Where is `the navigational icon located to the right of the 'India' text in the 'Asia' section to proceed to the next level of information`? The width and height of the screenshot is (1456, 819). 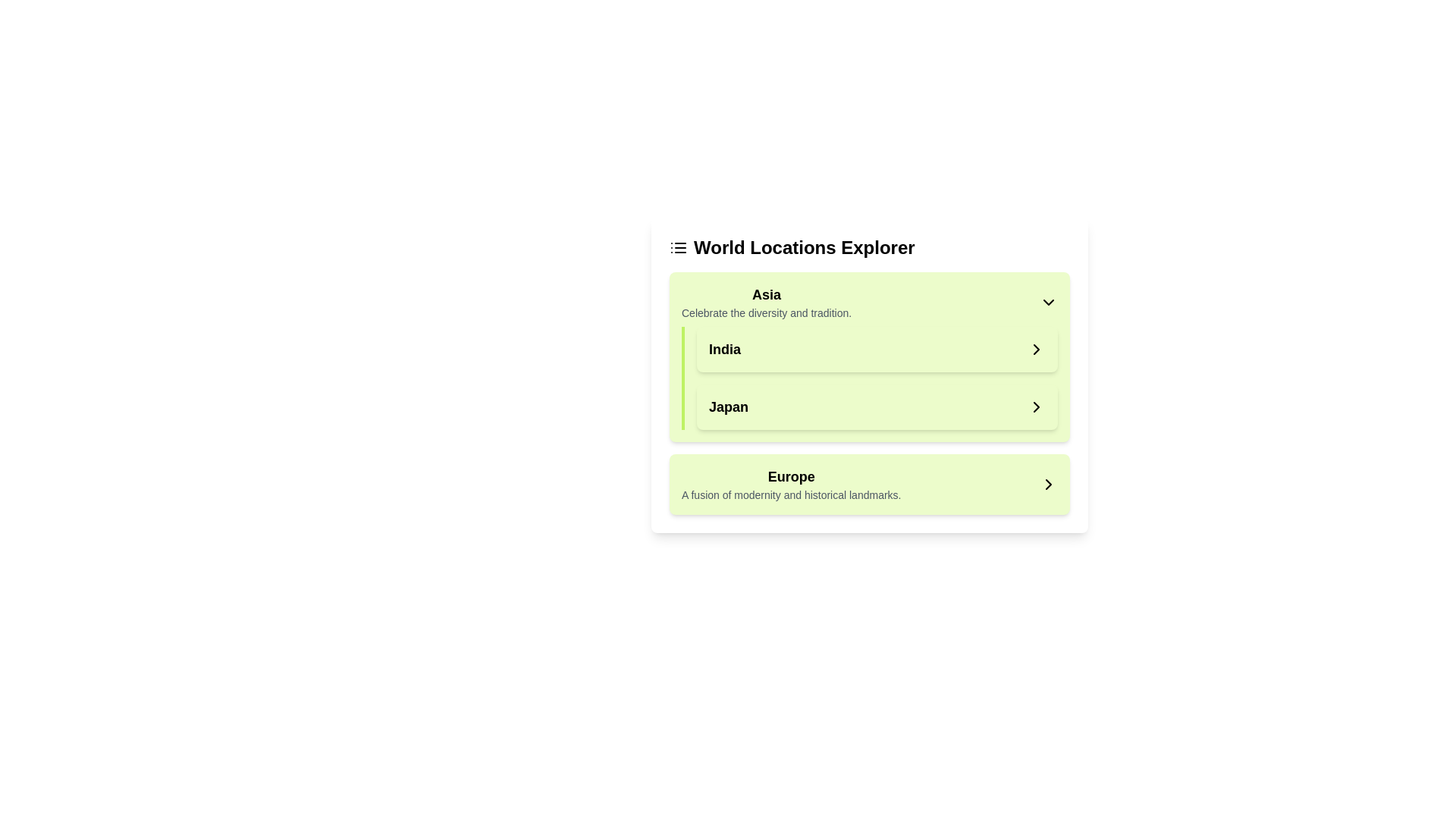 the navigational icon located to the right of the 'India' text in the 'Asia' section to proceed to the next level of information is located at coordinates (1036, 350).